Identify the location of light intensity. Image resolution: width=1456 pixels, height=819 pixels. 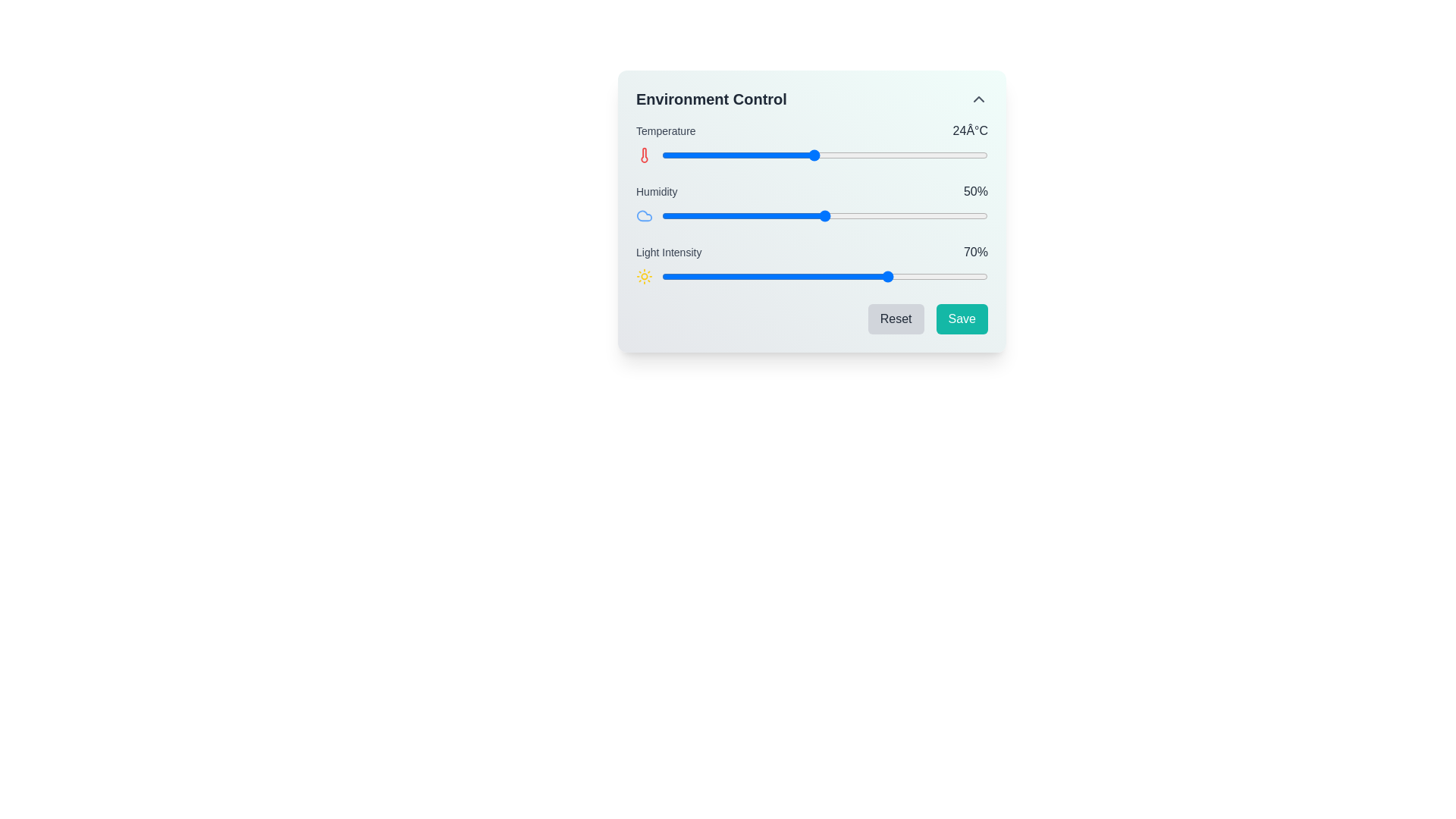
(801, 277).